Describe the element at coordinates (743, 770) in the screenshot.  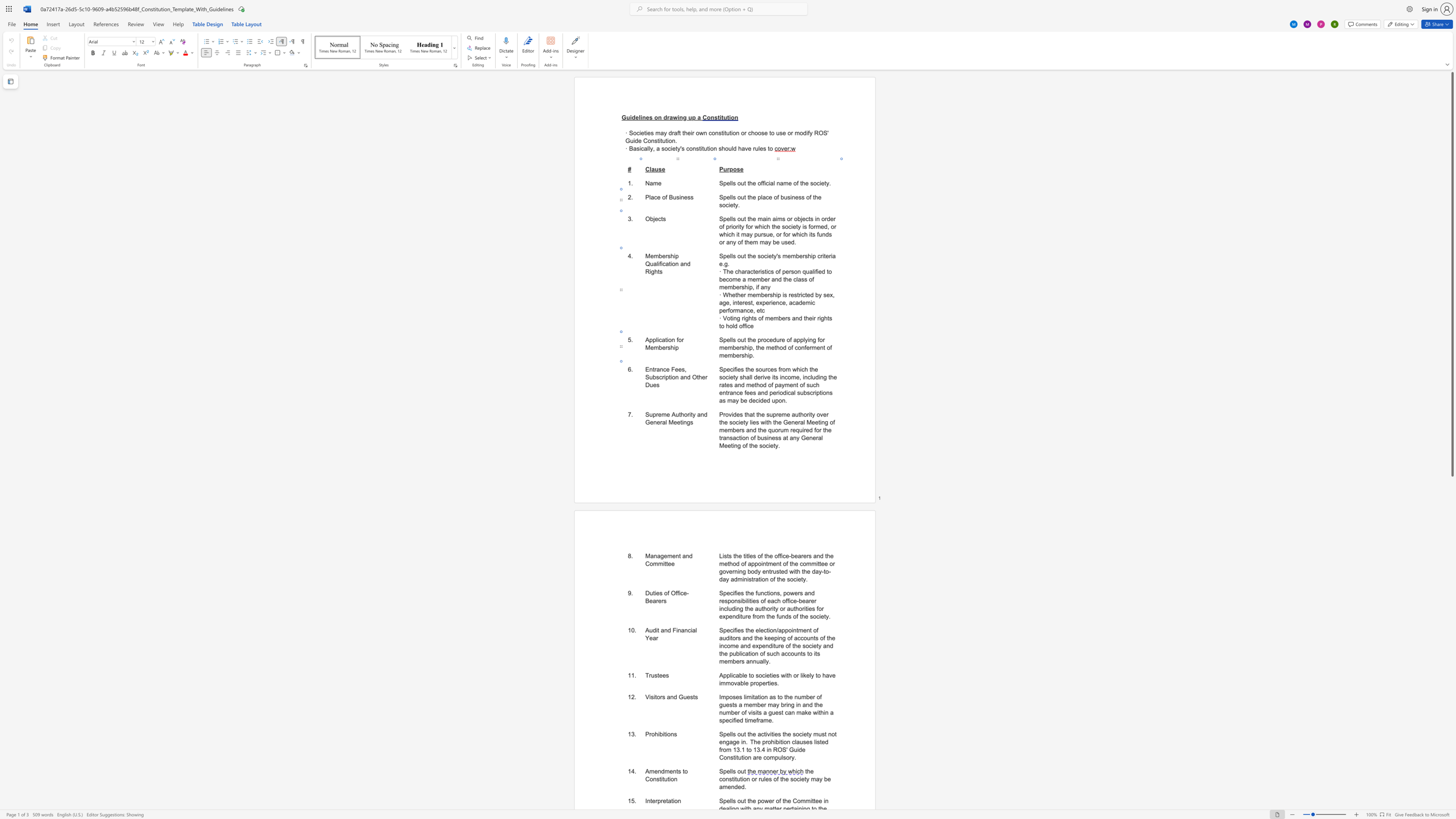
I see `the space between the continuous character "u" and "t" in the text` at that location.